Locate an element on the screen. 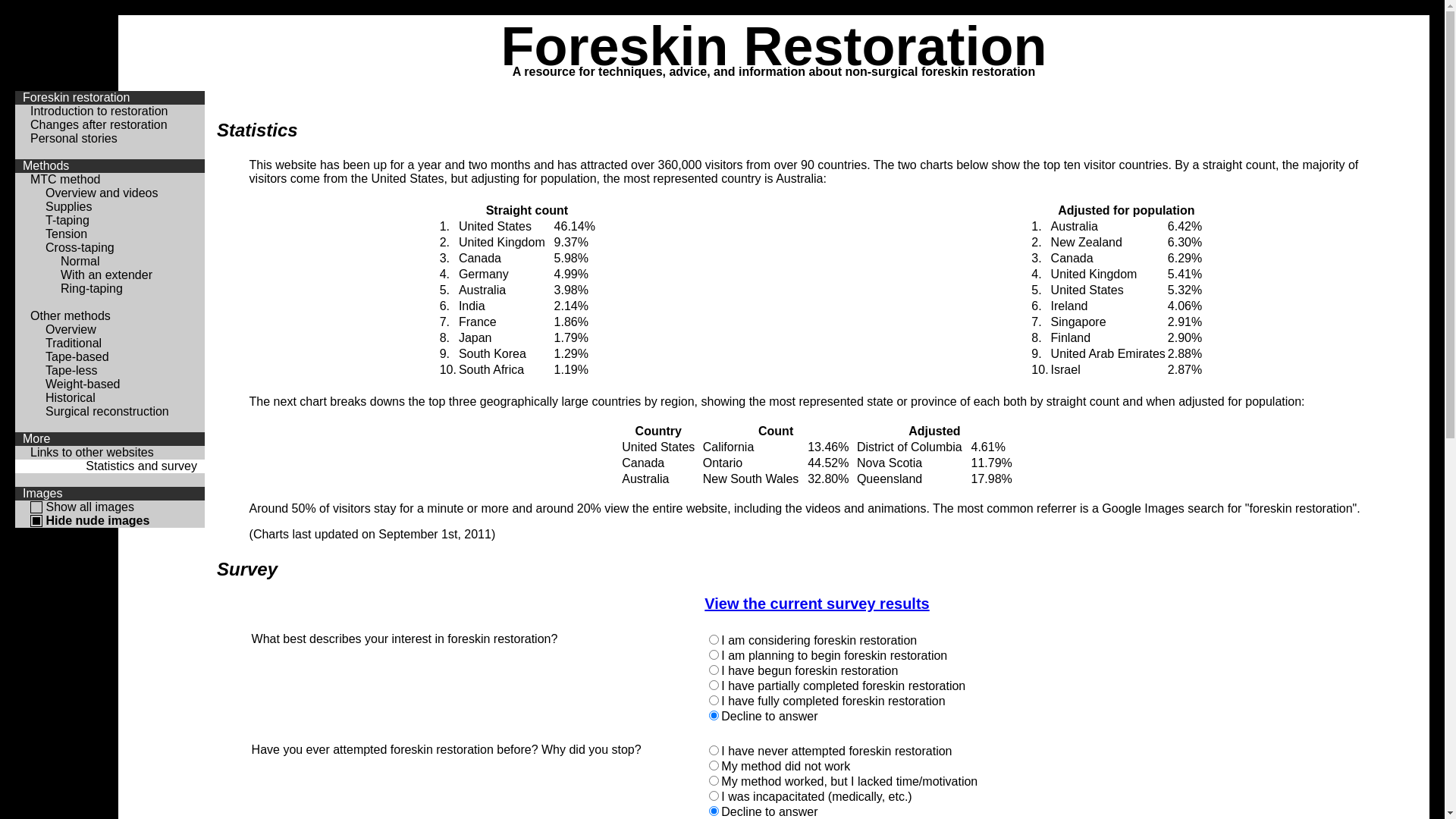 The height and width of the screenshot is (819, 1456). 'Changes after restoration' is located at coordinates (98, 124).